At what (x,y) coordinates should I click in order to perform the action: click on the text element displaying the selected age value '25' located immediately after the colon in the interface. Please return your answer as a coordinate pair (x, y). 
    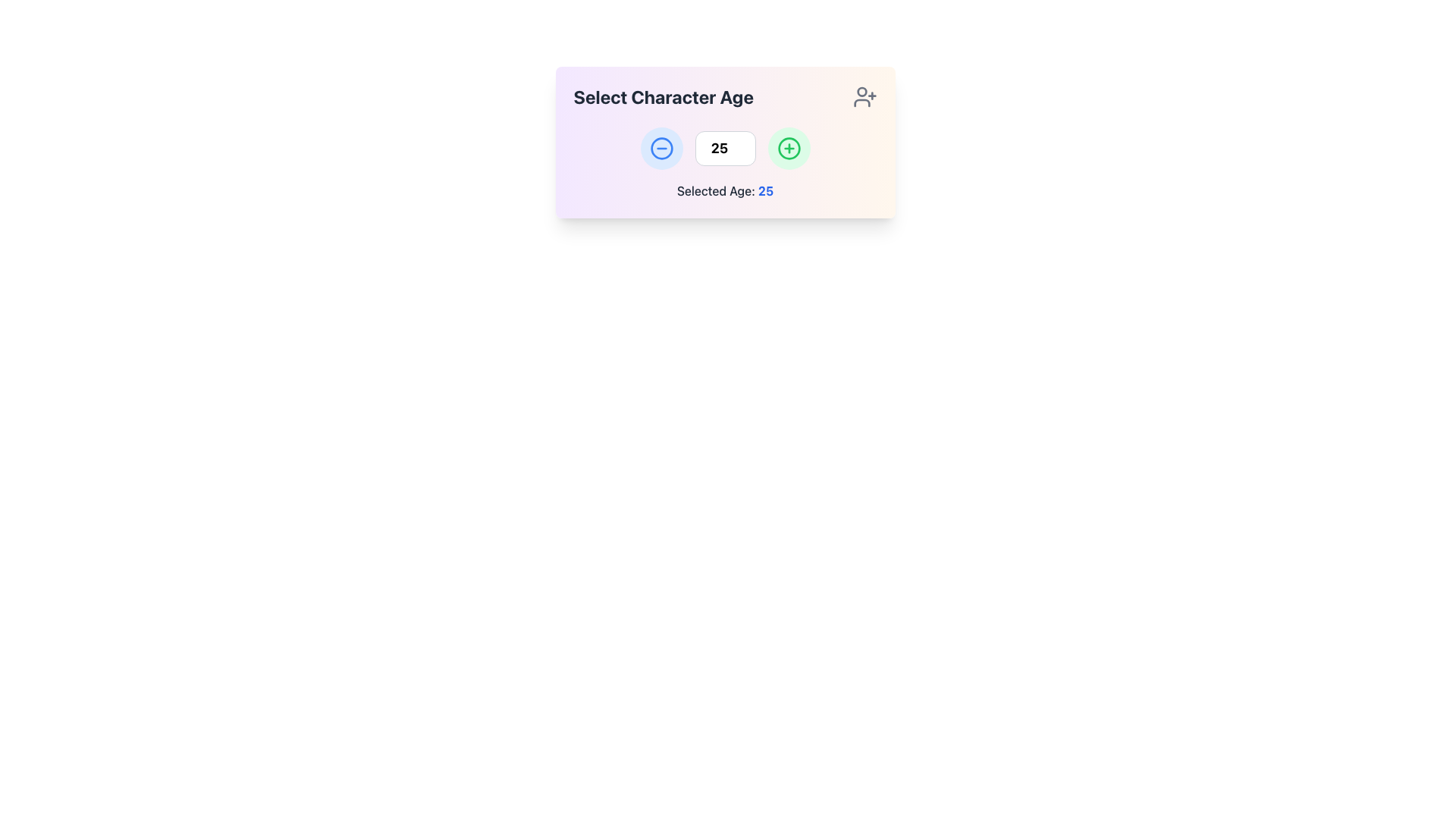
    Looking at the image, I should click on (766, 190).